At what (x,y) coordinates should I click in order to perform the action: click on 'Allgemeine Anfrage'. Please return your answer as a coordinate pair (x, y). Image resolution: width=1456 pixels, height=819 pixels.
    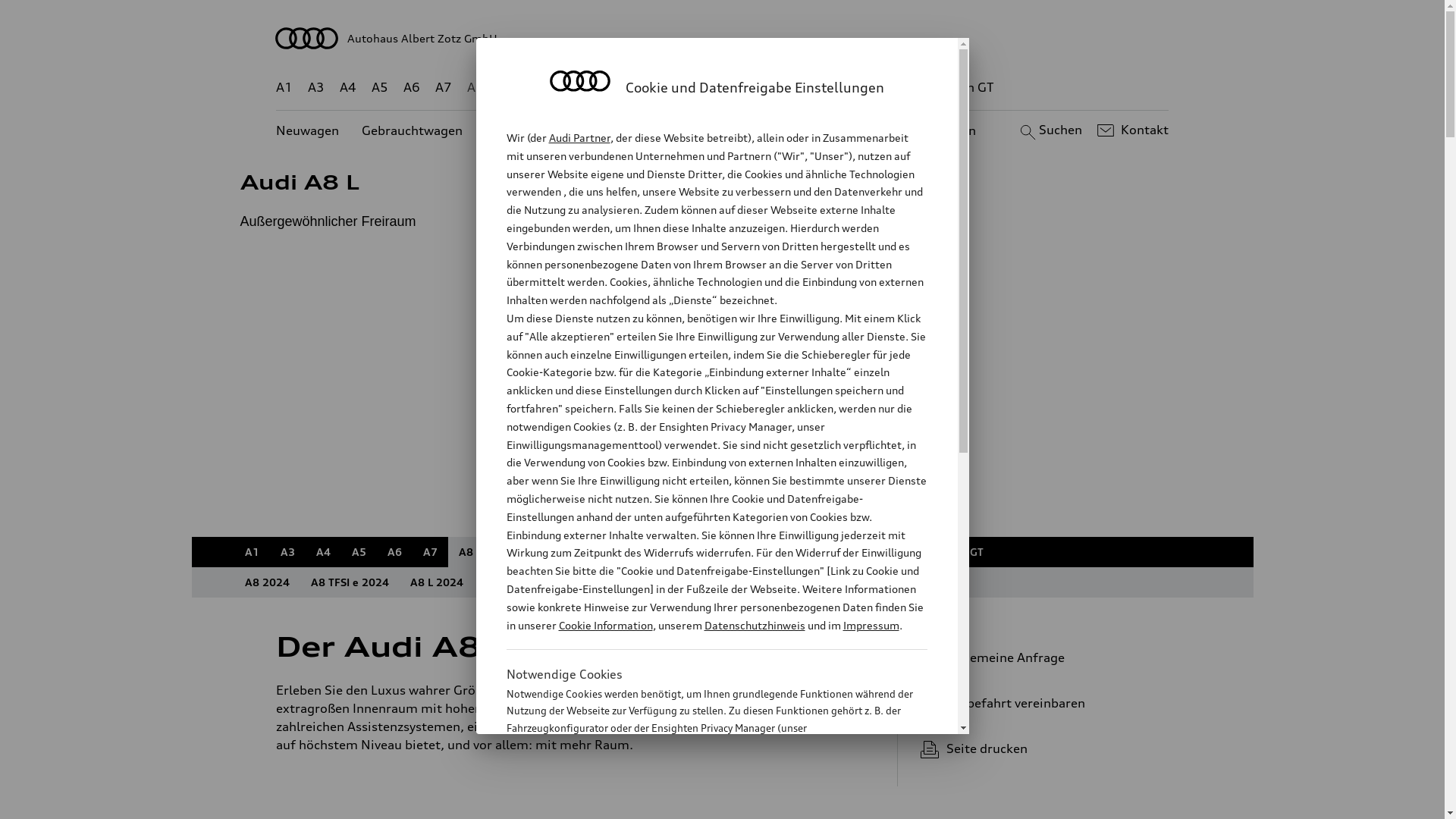
    Looking at the image, I should click on (1037, 657).